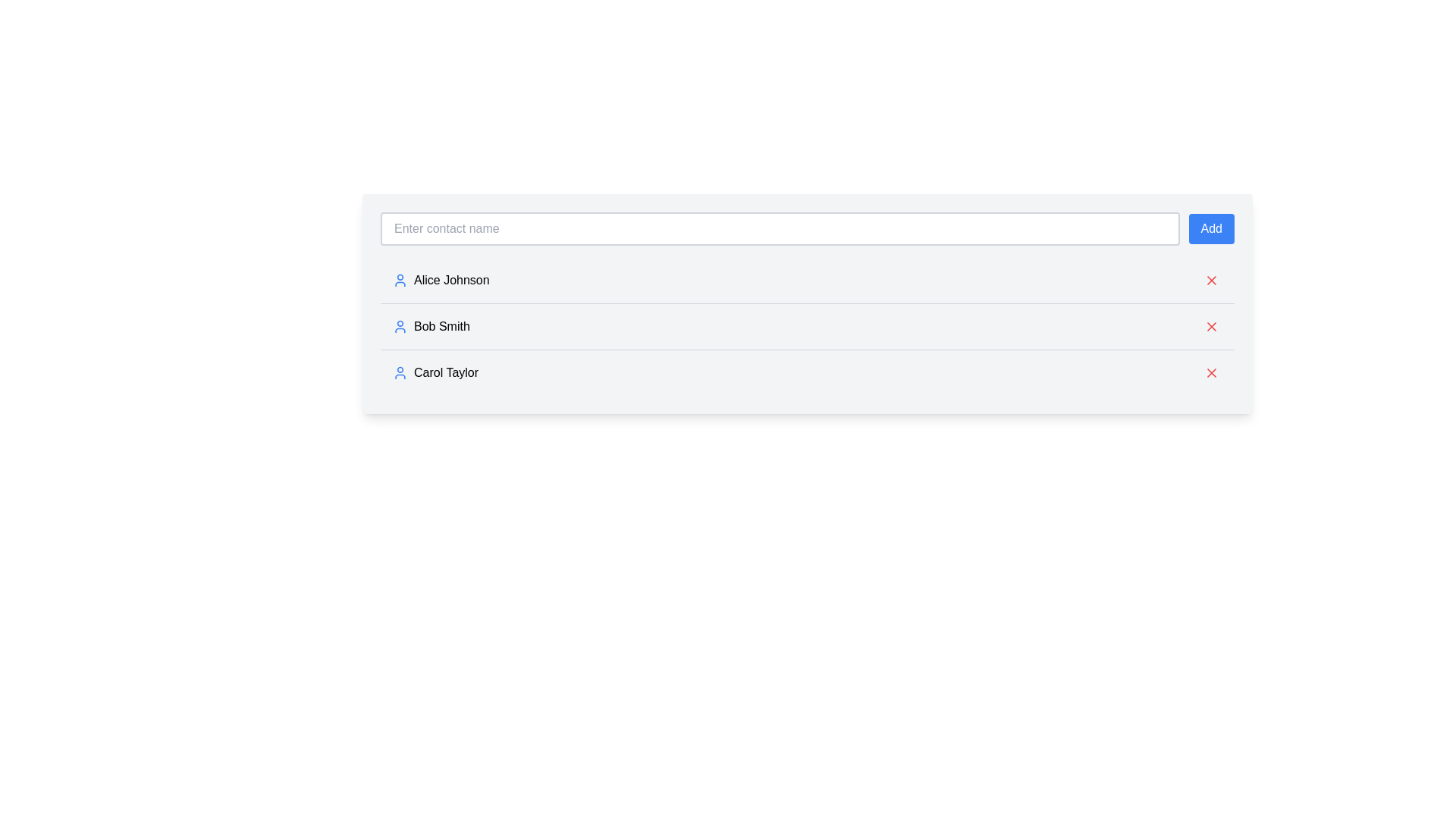 Image resolution: width=1456 pixels, height=819 pixels. I want to click on the red diagonal cross icon button located above the third row associated with 'Carol Taylor', so click(1211, 326).